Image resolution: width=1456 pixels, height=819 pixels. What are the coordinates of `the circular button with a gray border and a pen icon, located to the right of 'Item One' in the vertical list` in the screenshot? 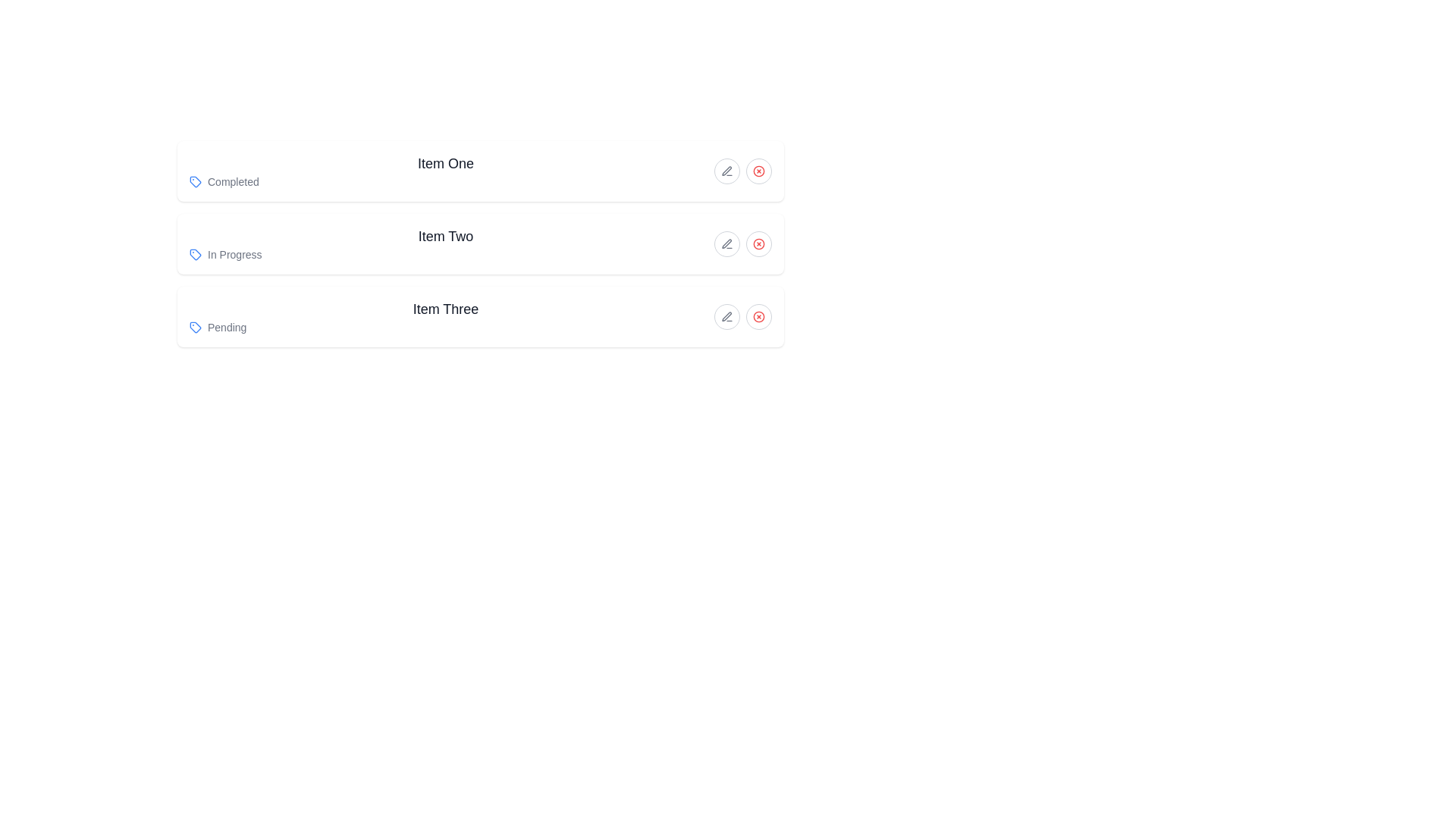 It's located at (726, 171).